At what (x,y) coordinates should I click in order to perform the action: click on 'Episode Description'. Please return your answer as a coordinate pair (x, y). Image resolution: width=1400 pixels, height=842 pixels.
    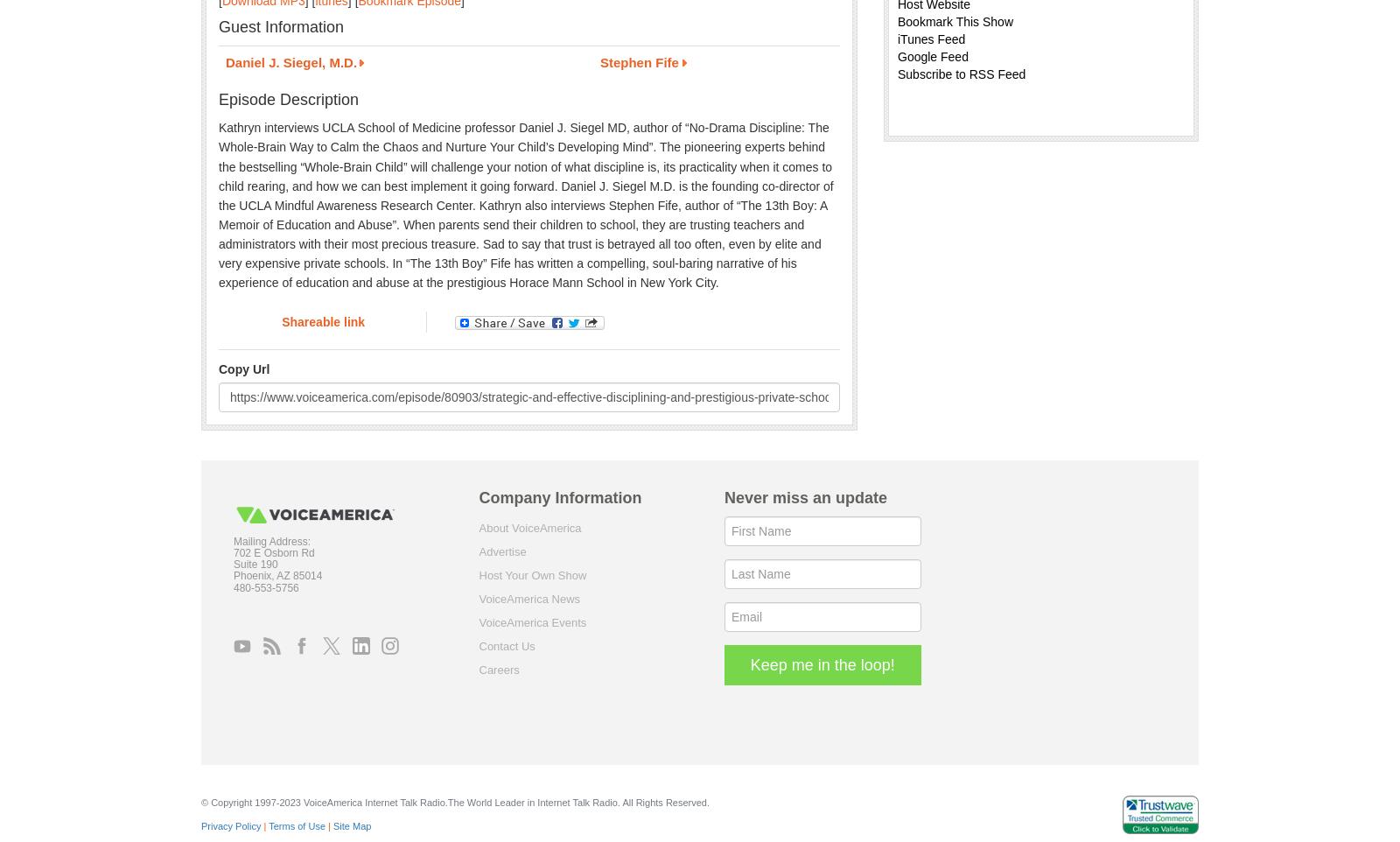
    Looking at the image, I should click on (288, 98).